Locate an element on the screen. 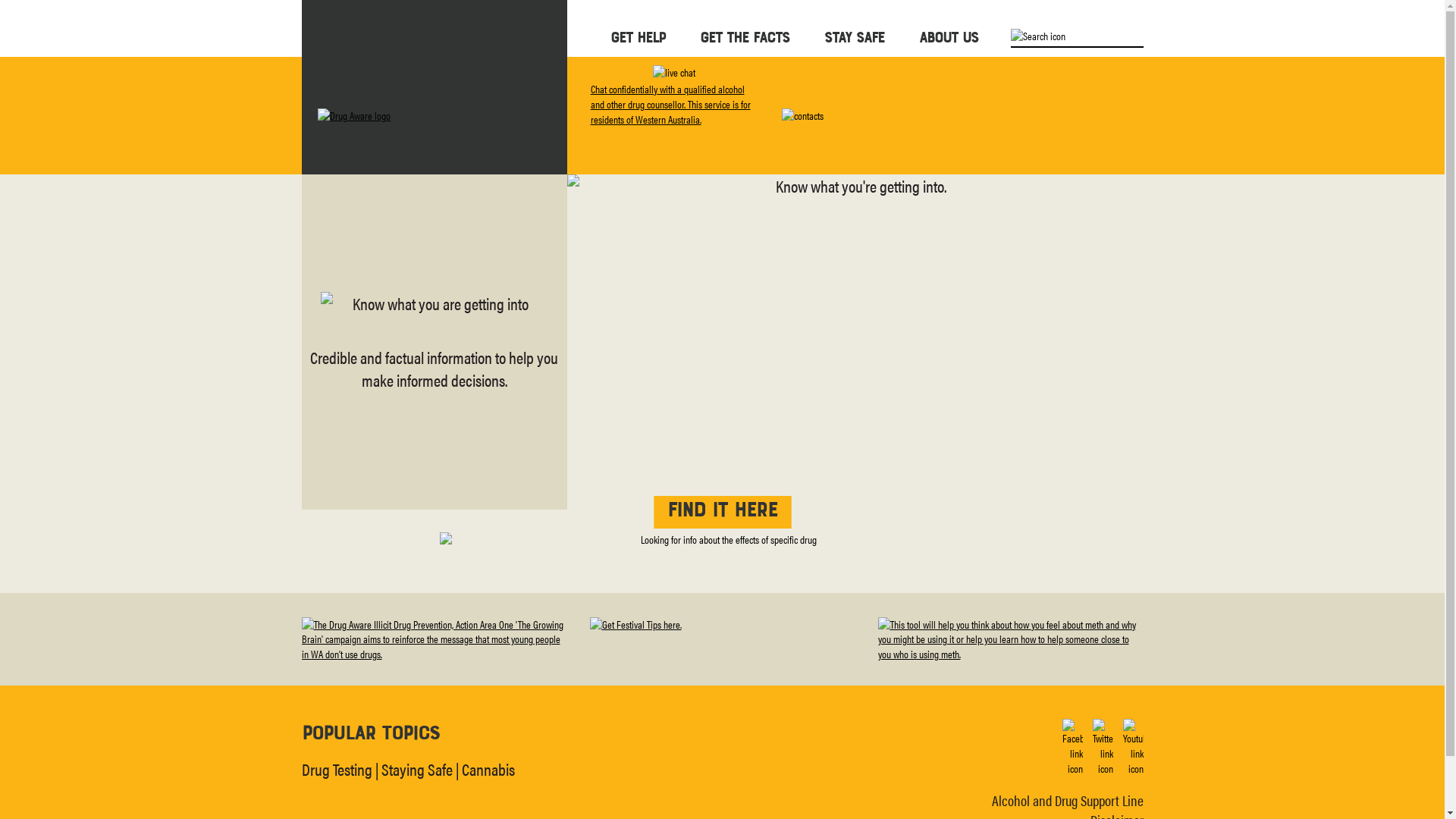 The height and width of the screenshot is (819, 1456). 'Drug Testing' is located at coordinates (336, 768).